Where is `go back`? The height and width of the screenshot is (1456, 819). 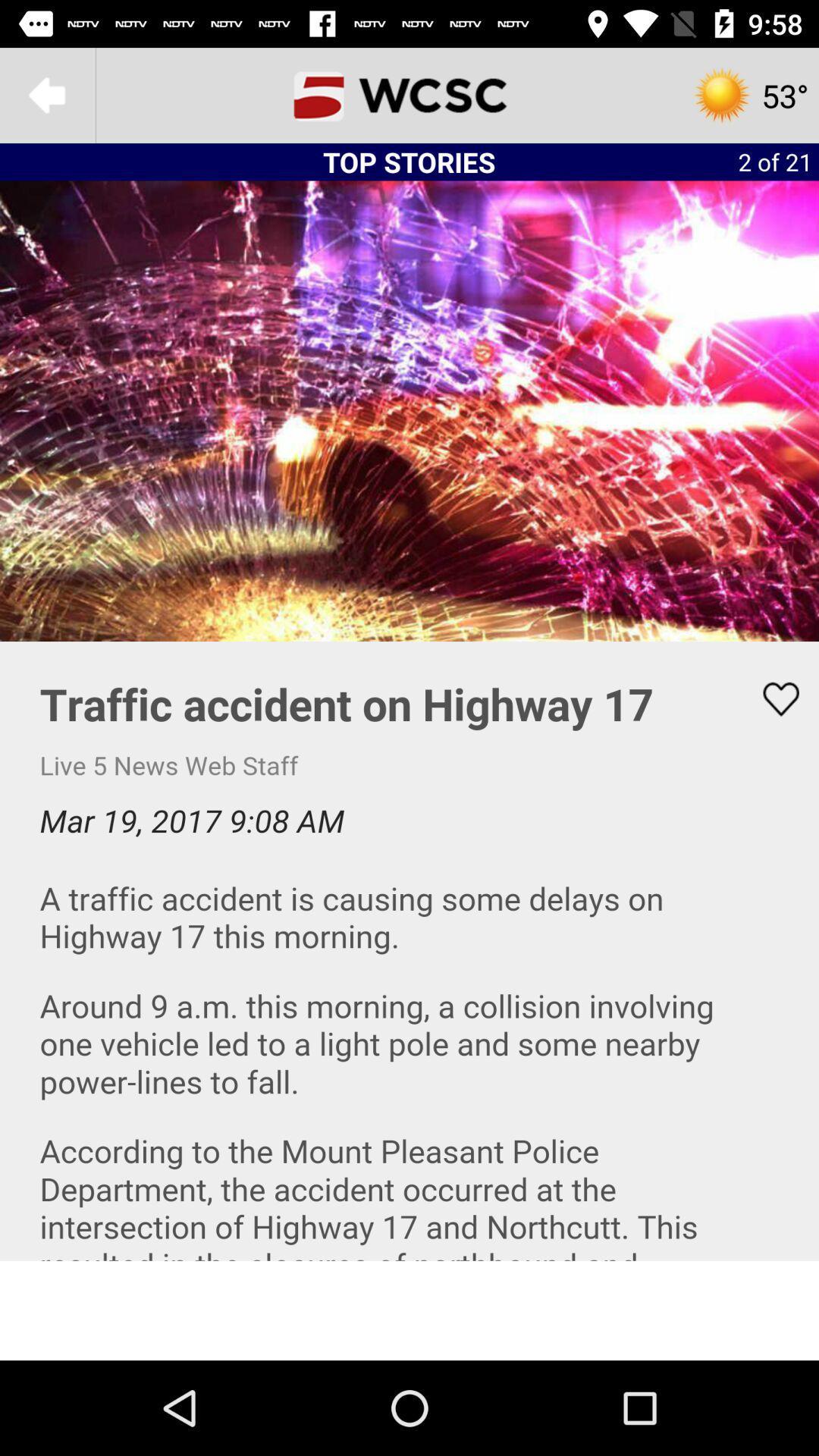 go back is located at coordinates (46, 94).